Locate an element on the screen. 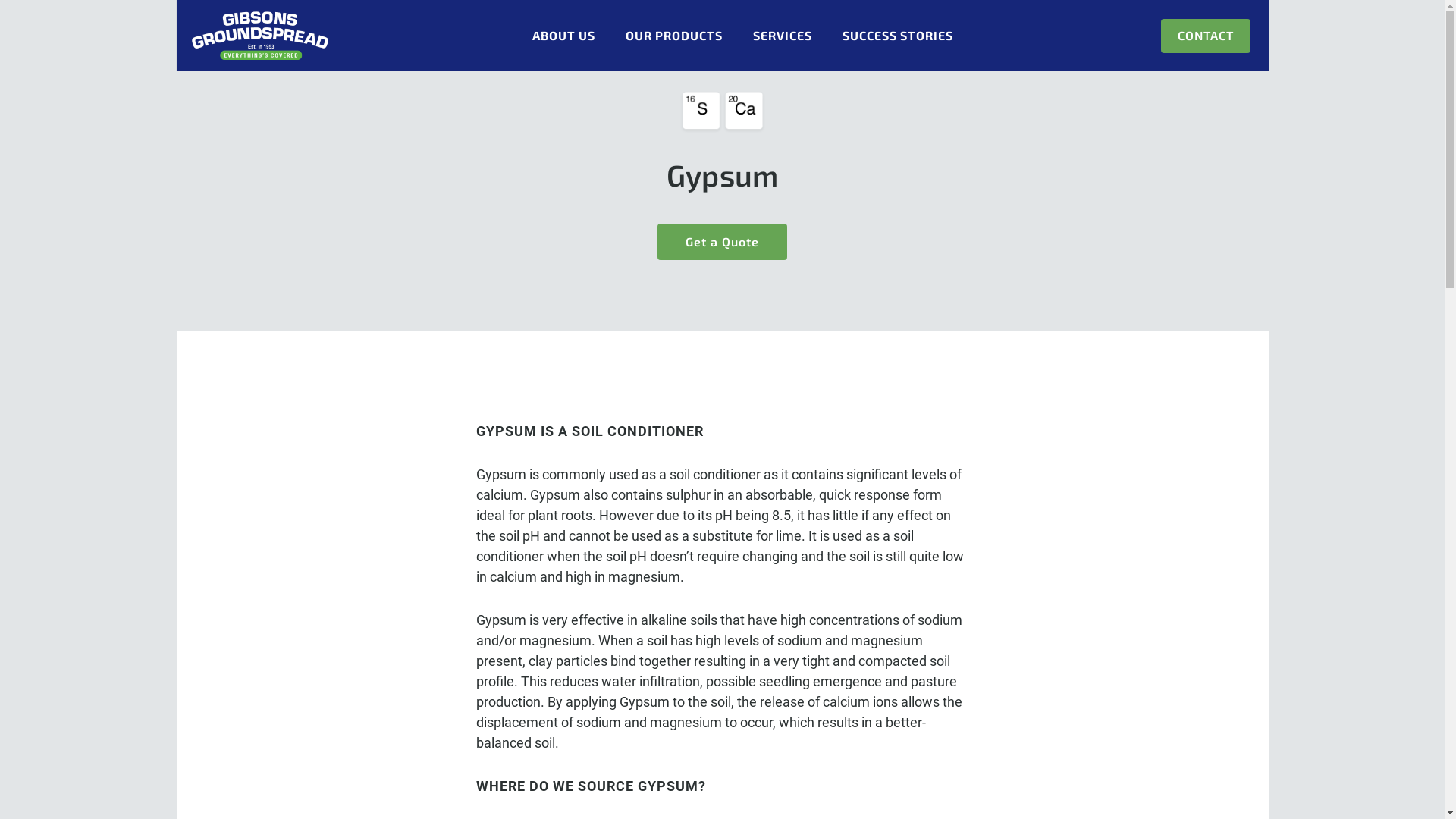  'OUR PRODUCTS' is located at coordinates (673, 35).